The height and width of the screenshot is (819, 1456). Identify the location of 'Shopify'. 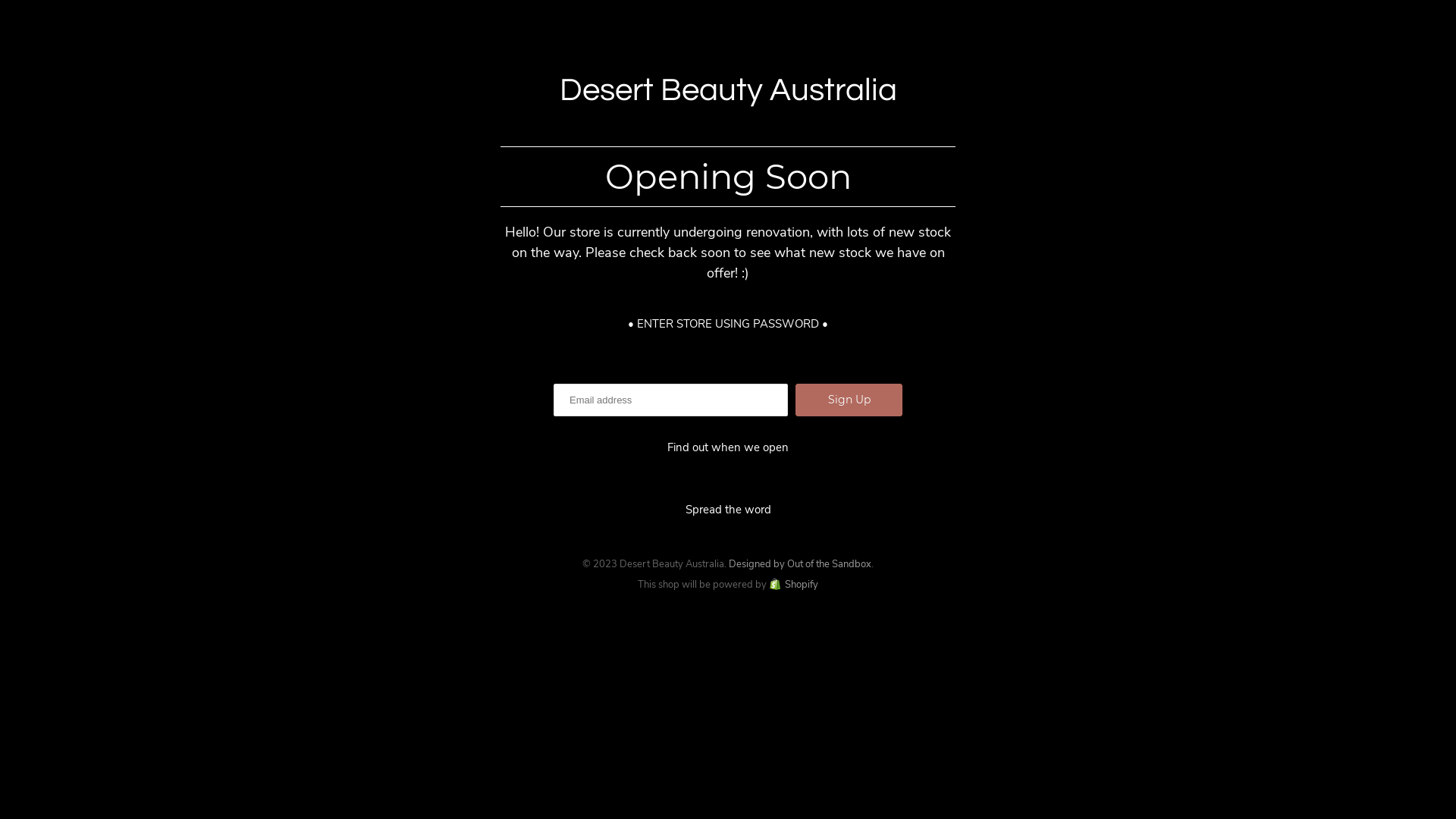
(792, 584).